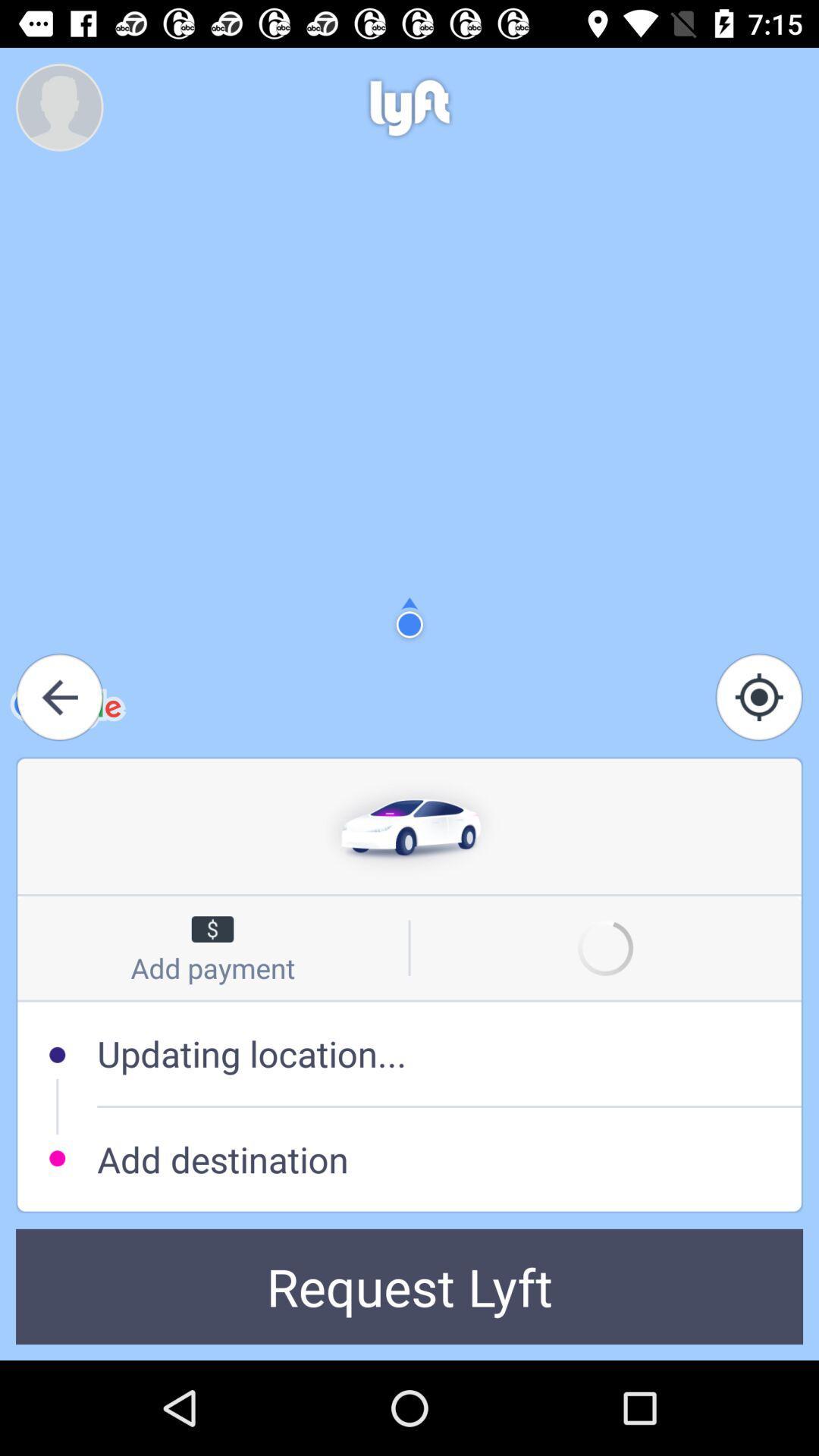  What do you see at coordinates (759, 696) in the screenshot?
I see `the location_crosshair icon` at bounding box center [759, 696].